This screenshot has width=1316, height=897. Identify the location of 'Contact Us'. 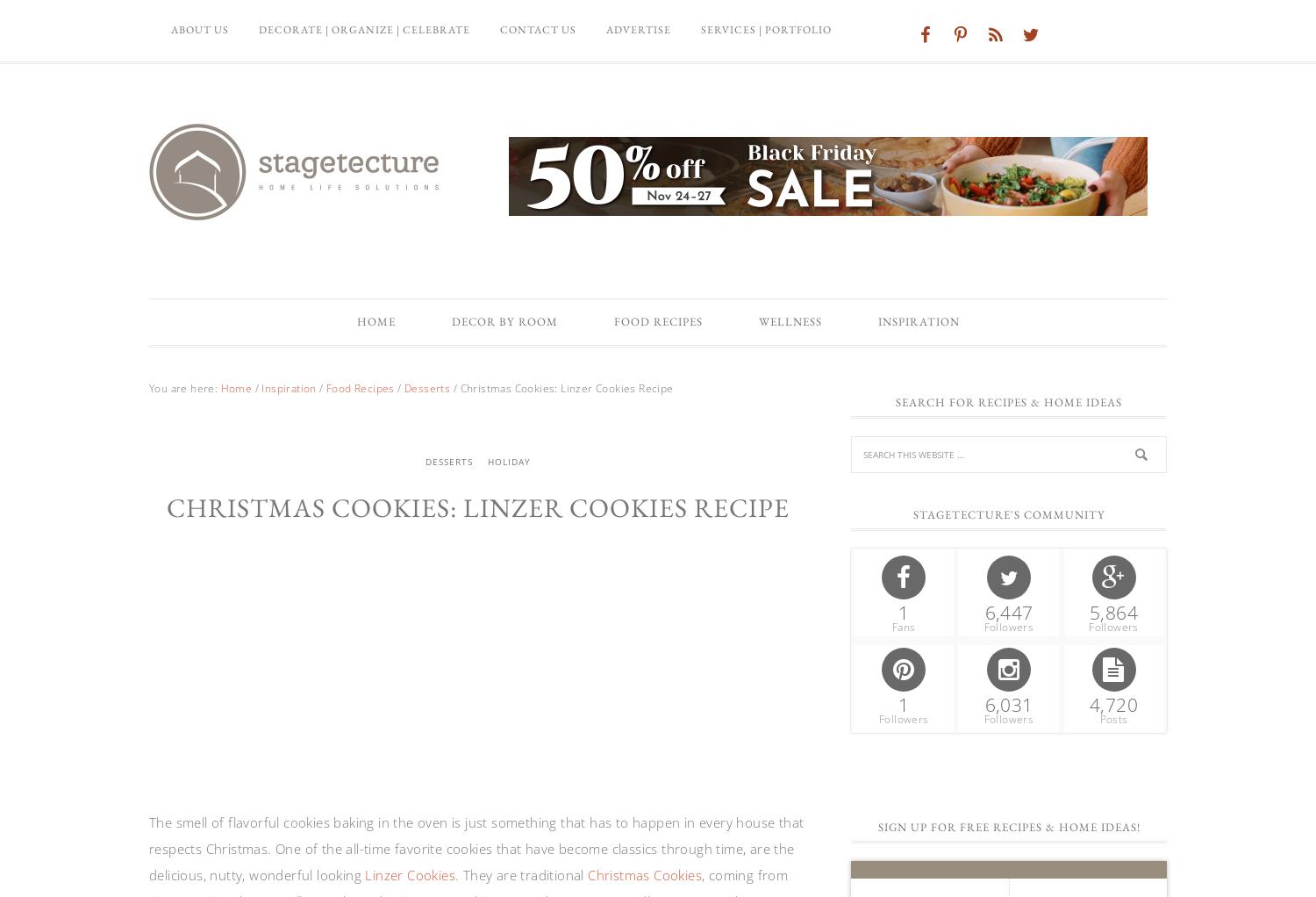
(537, 29).